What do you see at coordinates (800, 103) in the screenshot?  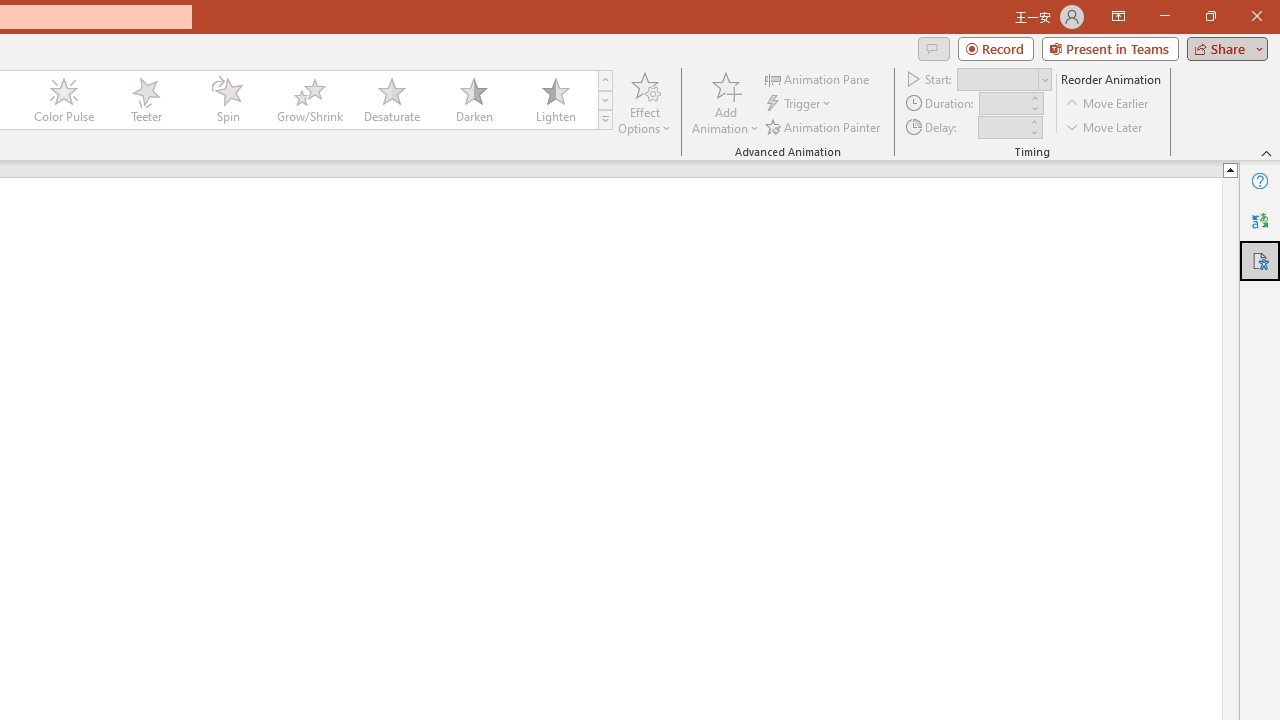 I see `'Trigger'` at bounding box center [800, 103].